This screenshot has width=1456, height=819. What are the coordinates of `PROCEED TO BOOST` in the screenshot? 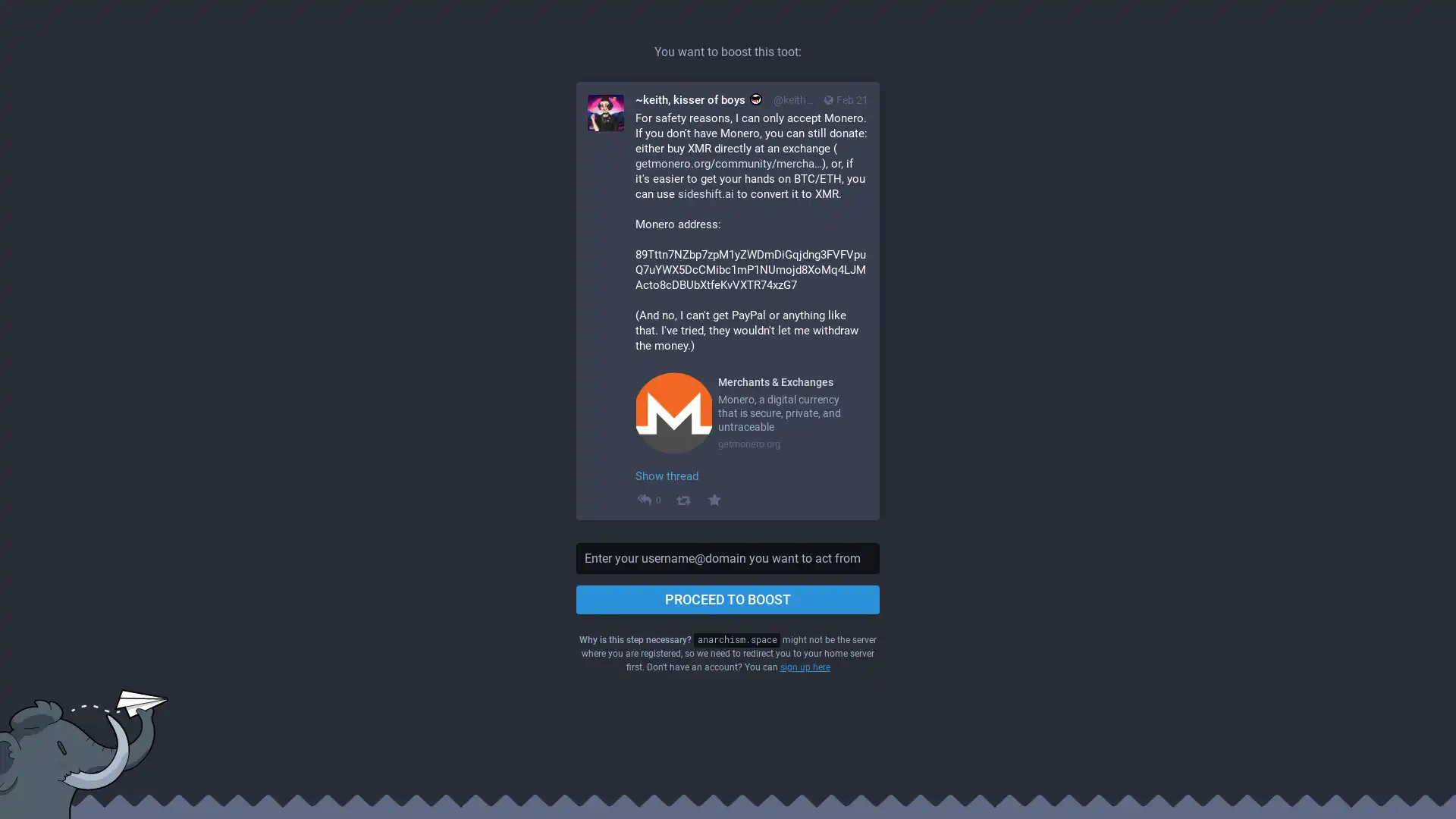 It's located at (728, 598).